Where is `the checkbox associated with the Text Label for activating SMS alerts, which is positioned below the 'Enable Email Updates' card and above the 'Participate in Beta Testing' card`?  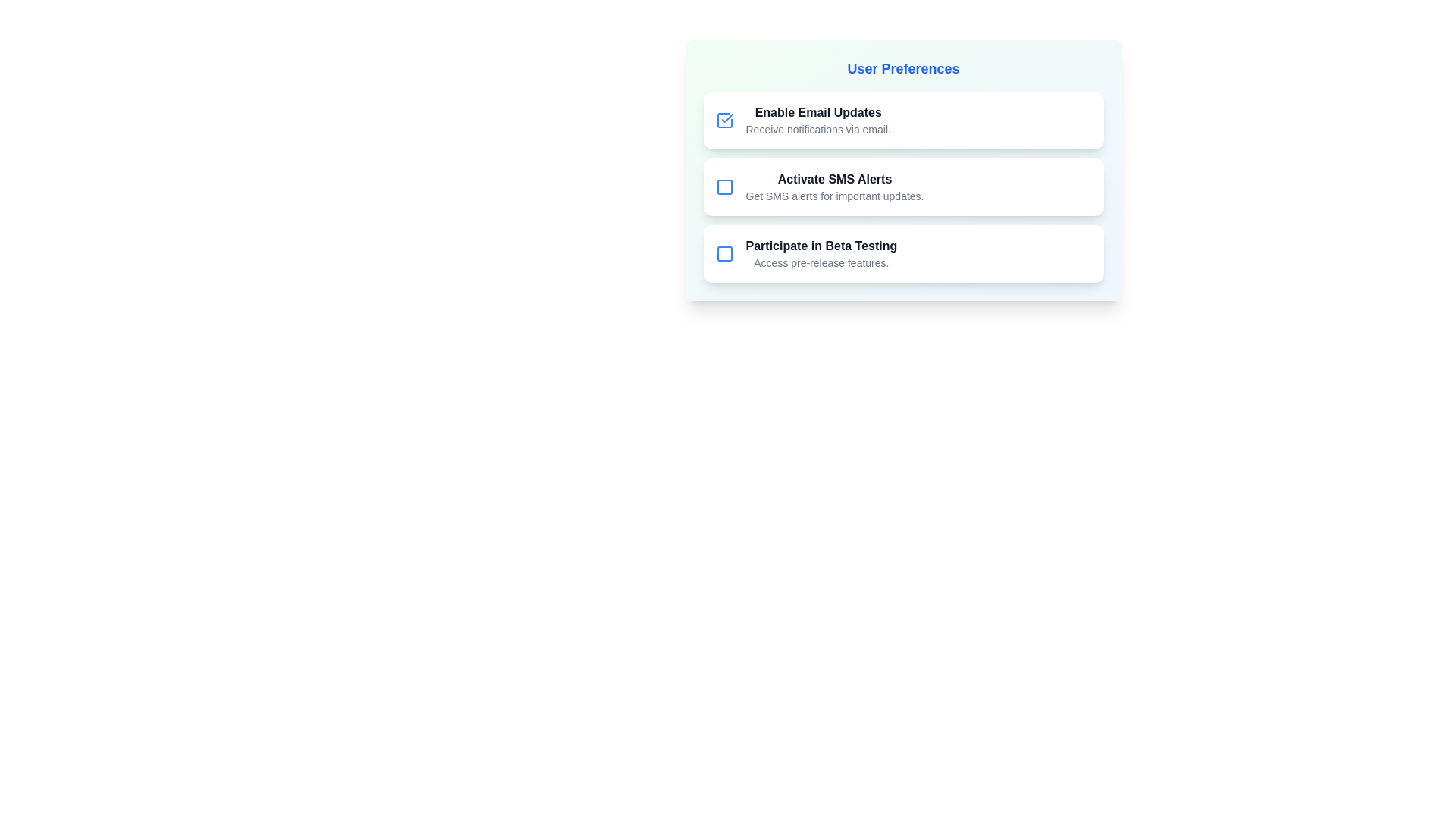 the checkbox associated with the Text Label for activating SMS alerts, which is positioned below the 'Enable Email Updates' card and above the 'Participate in Beta Testing' card is located at coordinates (833, 186).